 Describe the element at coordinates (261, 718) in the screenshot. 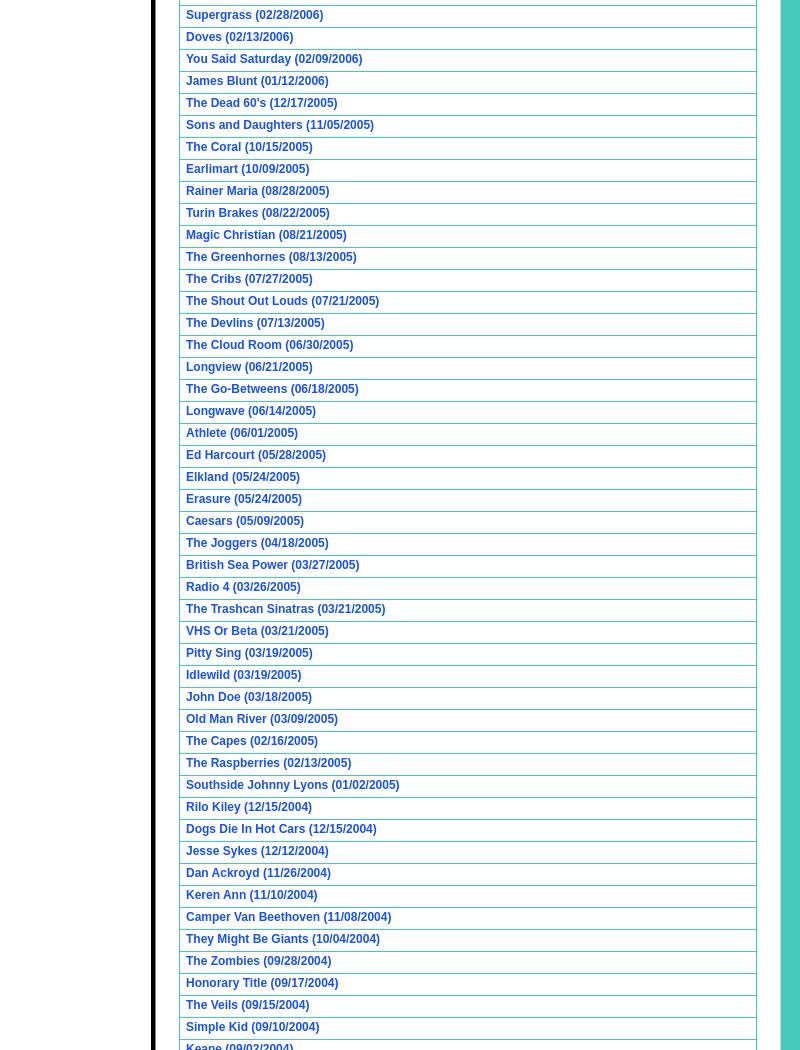

I see `'Old Man River (03/09/2005)'` at that location.